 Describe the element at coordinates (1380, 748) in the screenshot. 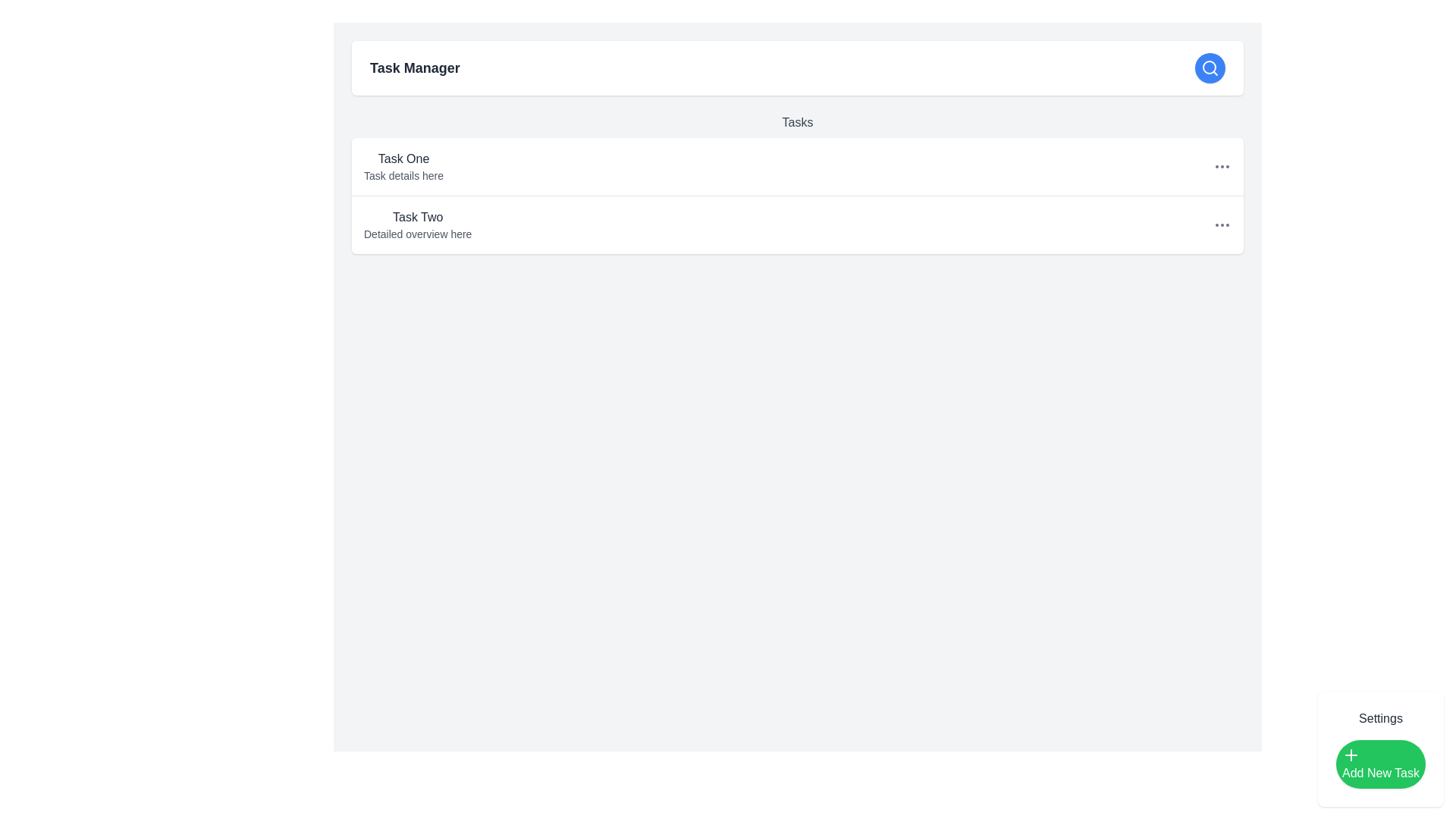

I see `the 'Add New Task' button located in the bottom-right corner of the settings interface` at that location.